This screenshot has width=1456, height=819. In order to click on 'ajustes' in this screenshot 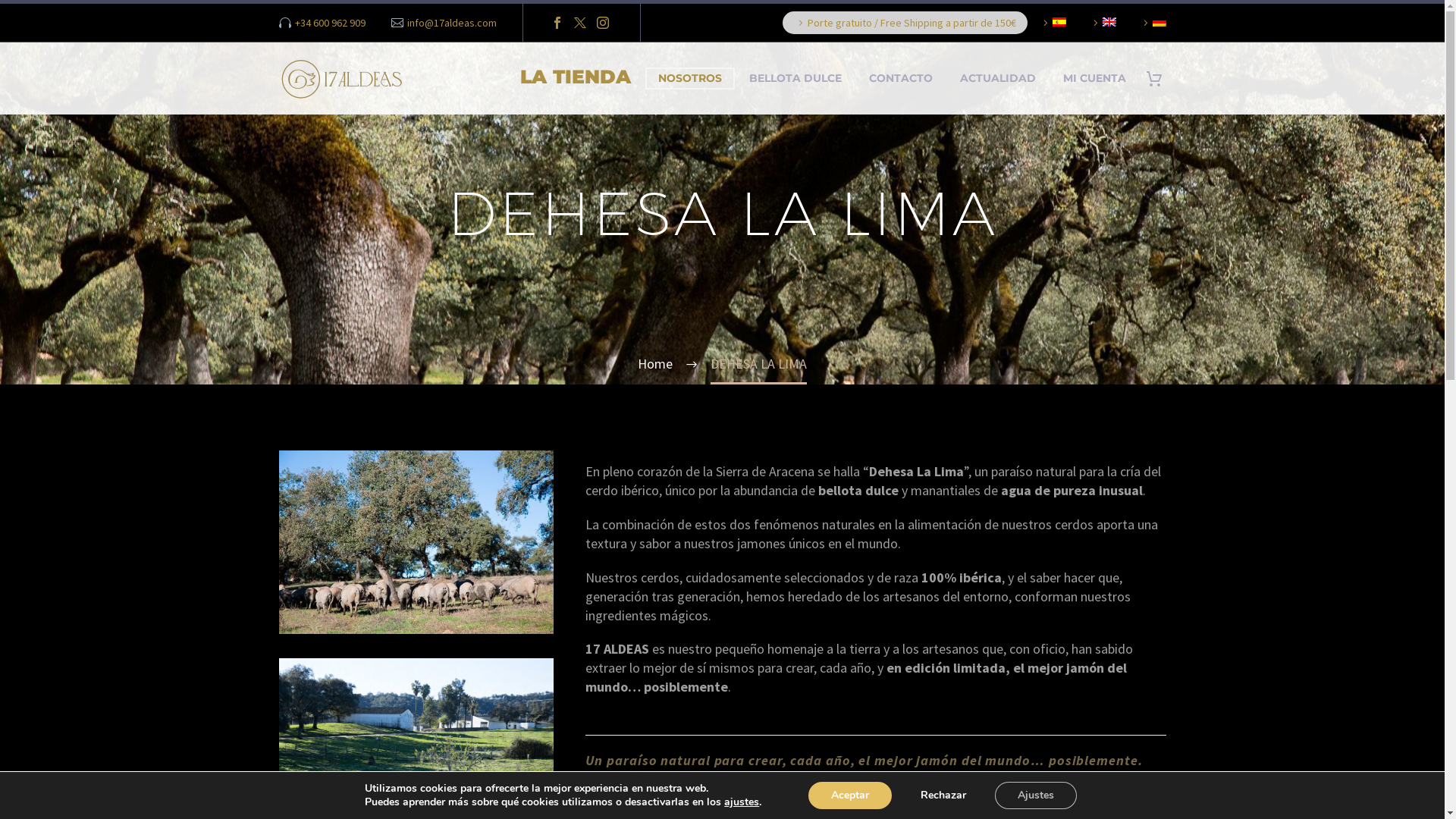, I will do `click(742, 801)`.